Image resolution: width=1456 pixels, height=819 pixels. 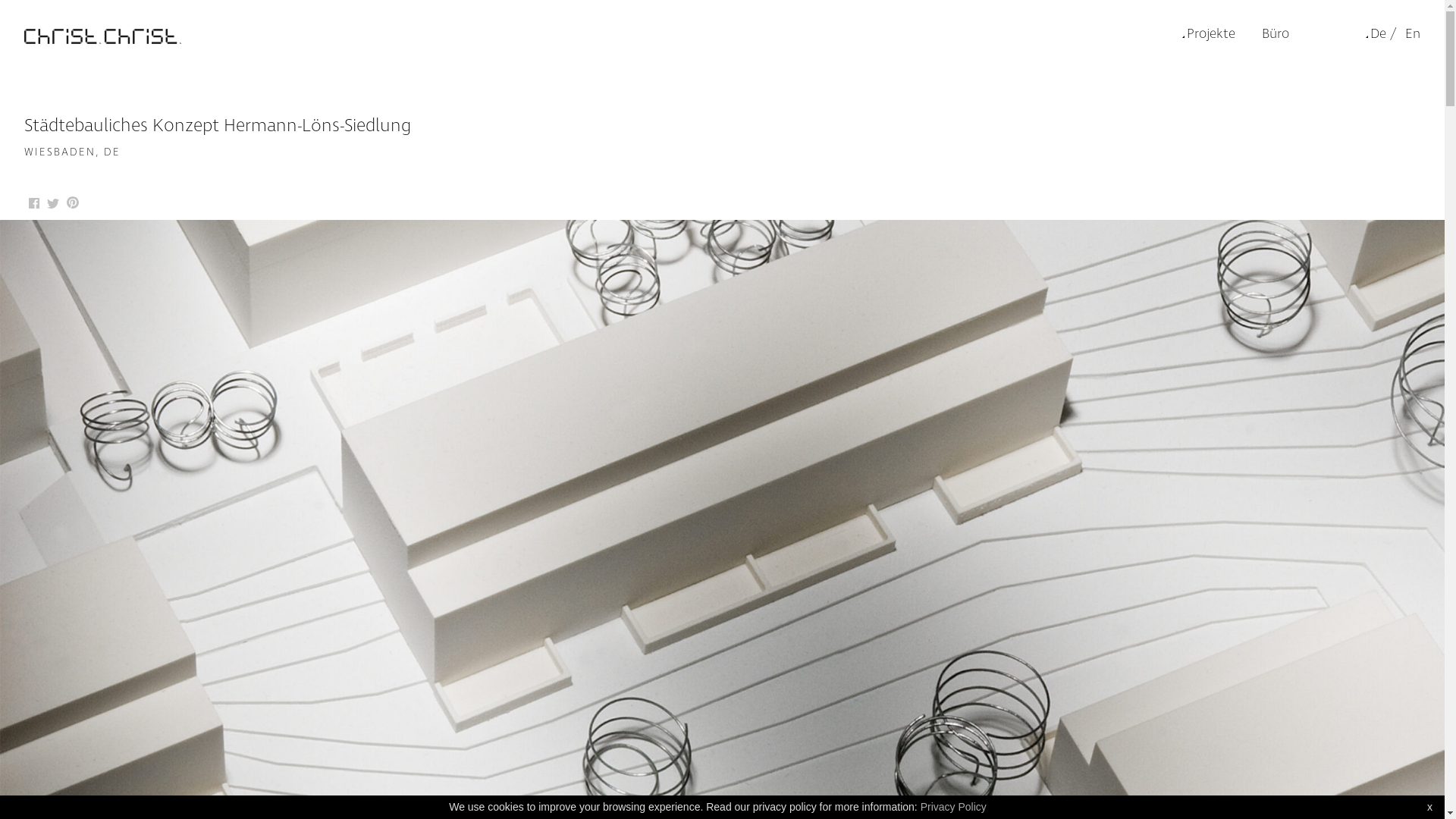 I want to click on 'En', so click(x=1410, y=33).